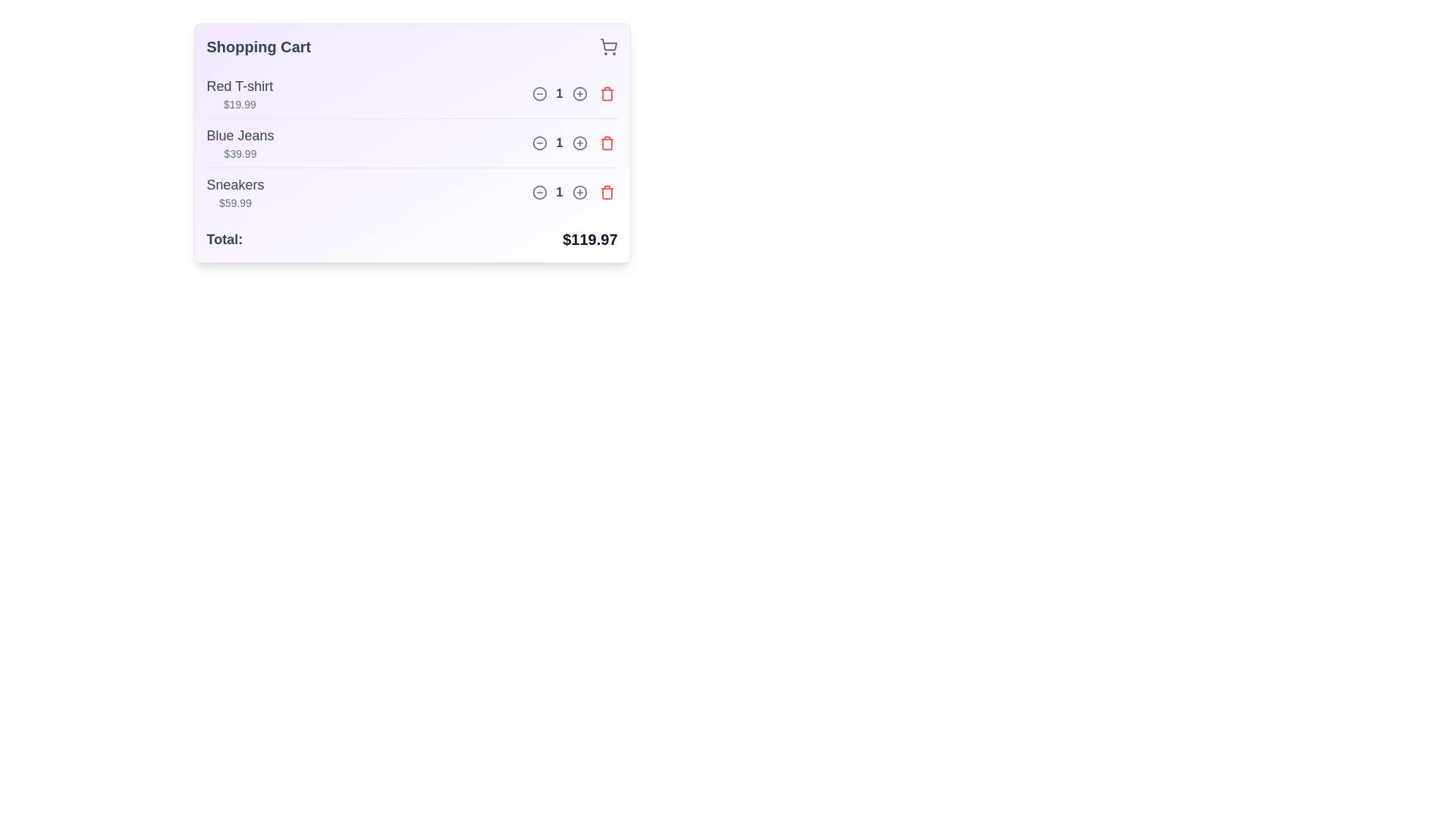 This screenshot has height=819, width=1456. Describe the element at coordinates (239, 134) in the screenshot. I see `the text label that identifies the product as 'Blue Jeans' in the shopping cart interface, which is positioned above the price information element` at that location.